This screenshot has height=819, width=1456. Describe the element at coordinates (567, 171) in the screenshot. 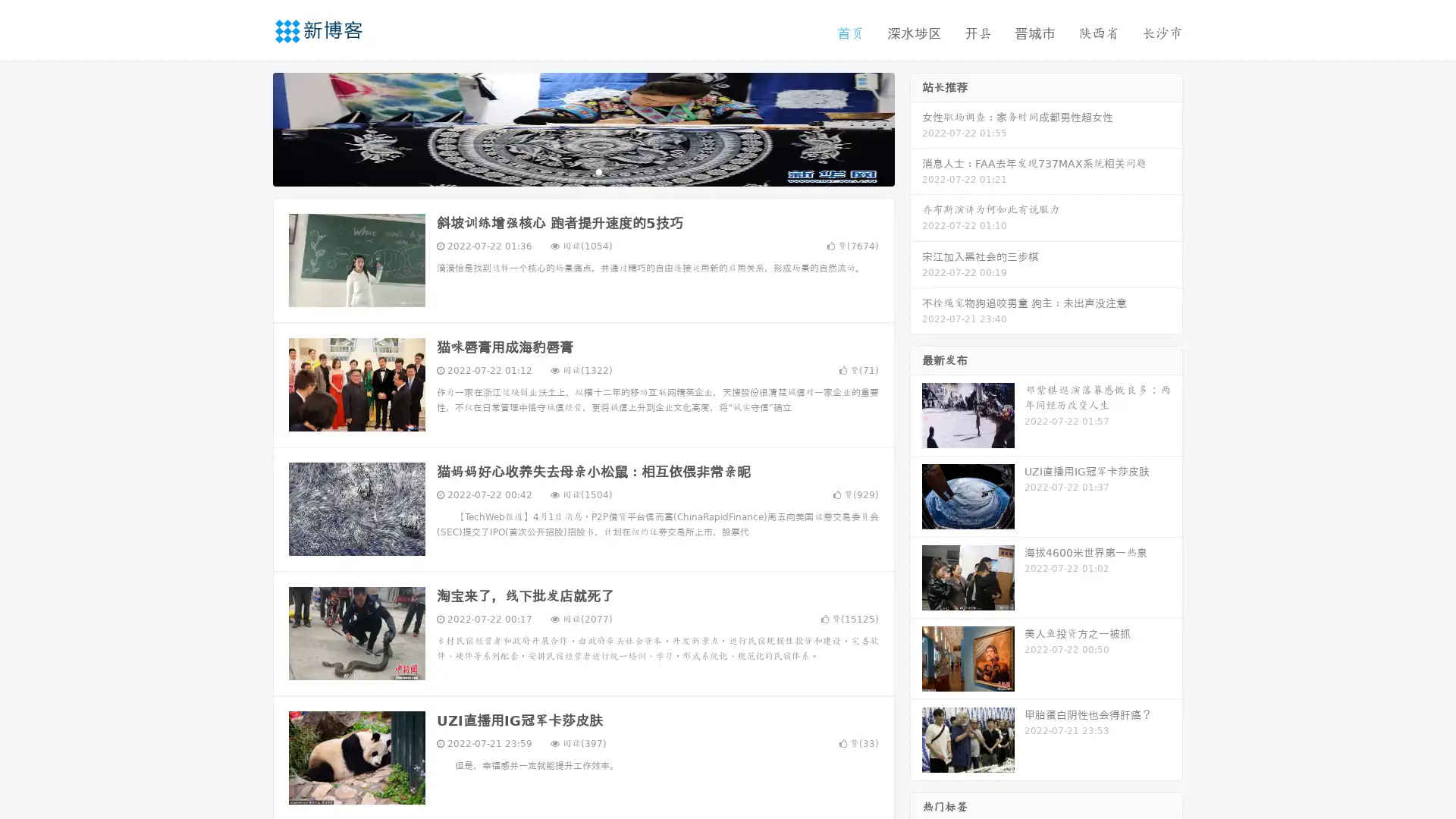

I see `Go to slide 1` at that location.